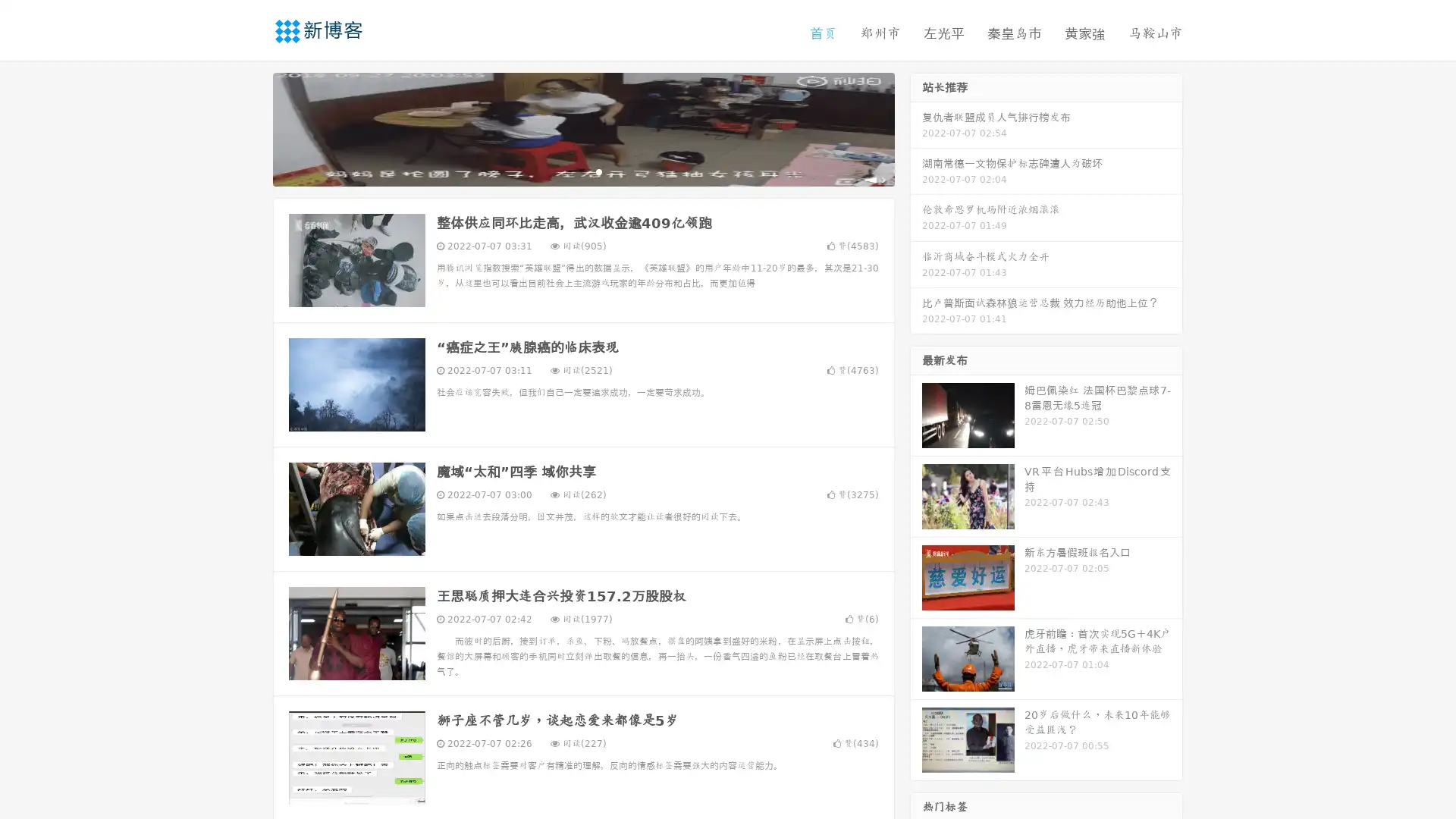  What do you see at coordinates (250, 127) in the screenshot?
I see `Previous slide` at bounding box center [250, 127].